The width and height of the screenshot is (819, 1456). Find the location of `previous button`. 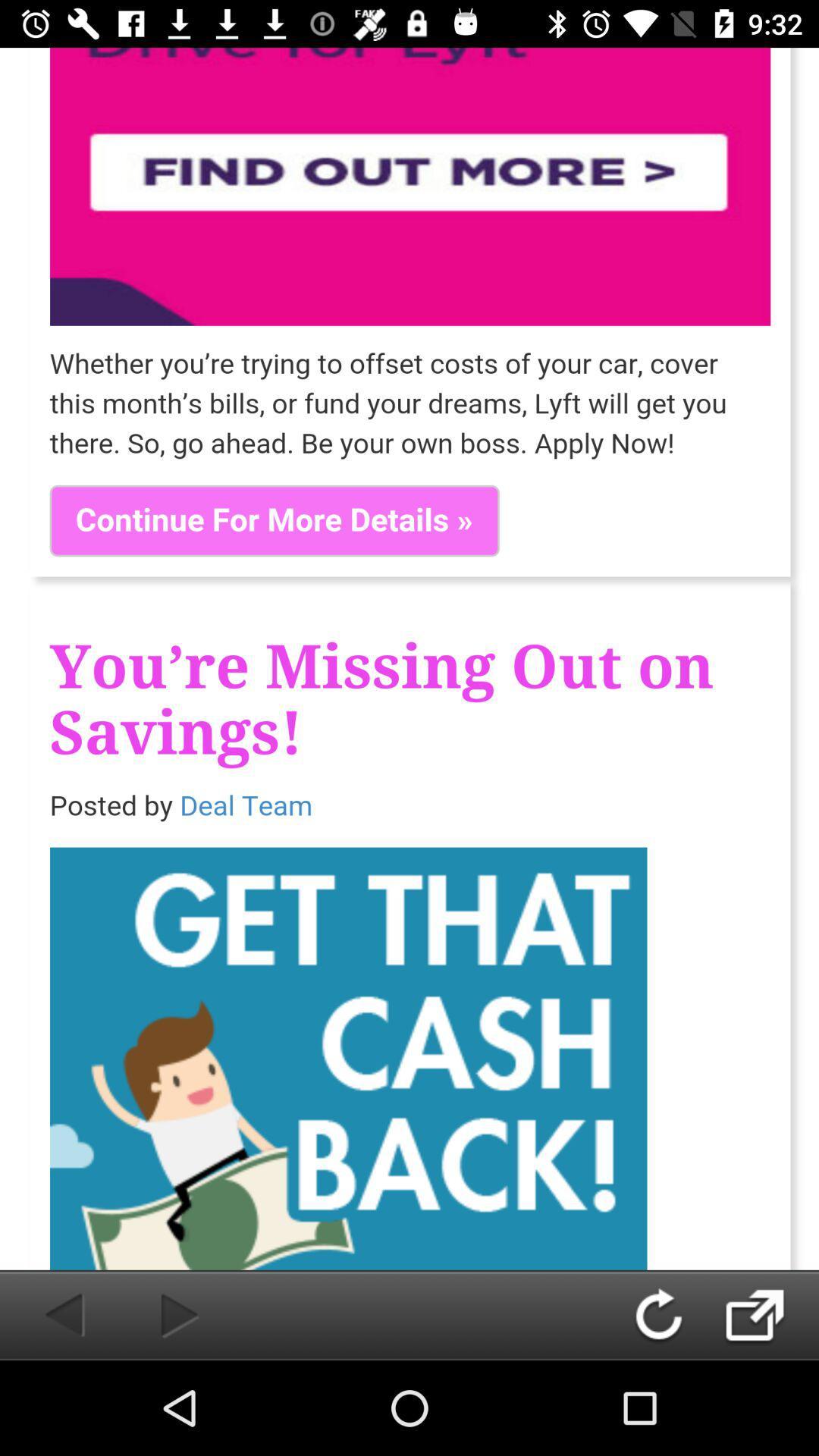

previous button is located at coordinates (47, 1314).